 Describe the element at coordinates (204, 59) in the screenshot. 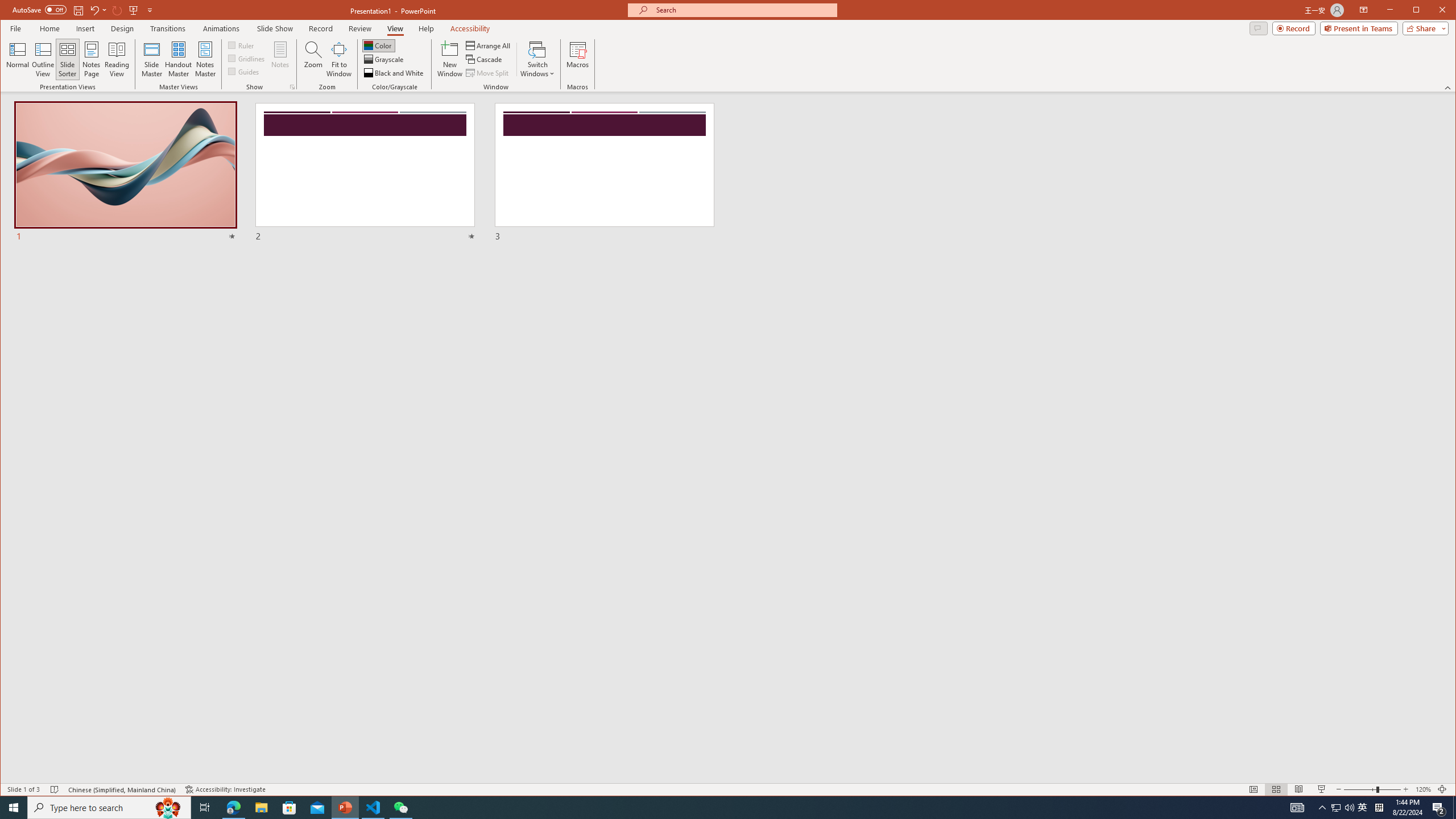

I see `'Notes Master'` at that location.